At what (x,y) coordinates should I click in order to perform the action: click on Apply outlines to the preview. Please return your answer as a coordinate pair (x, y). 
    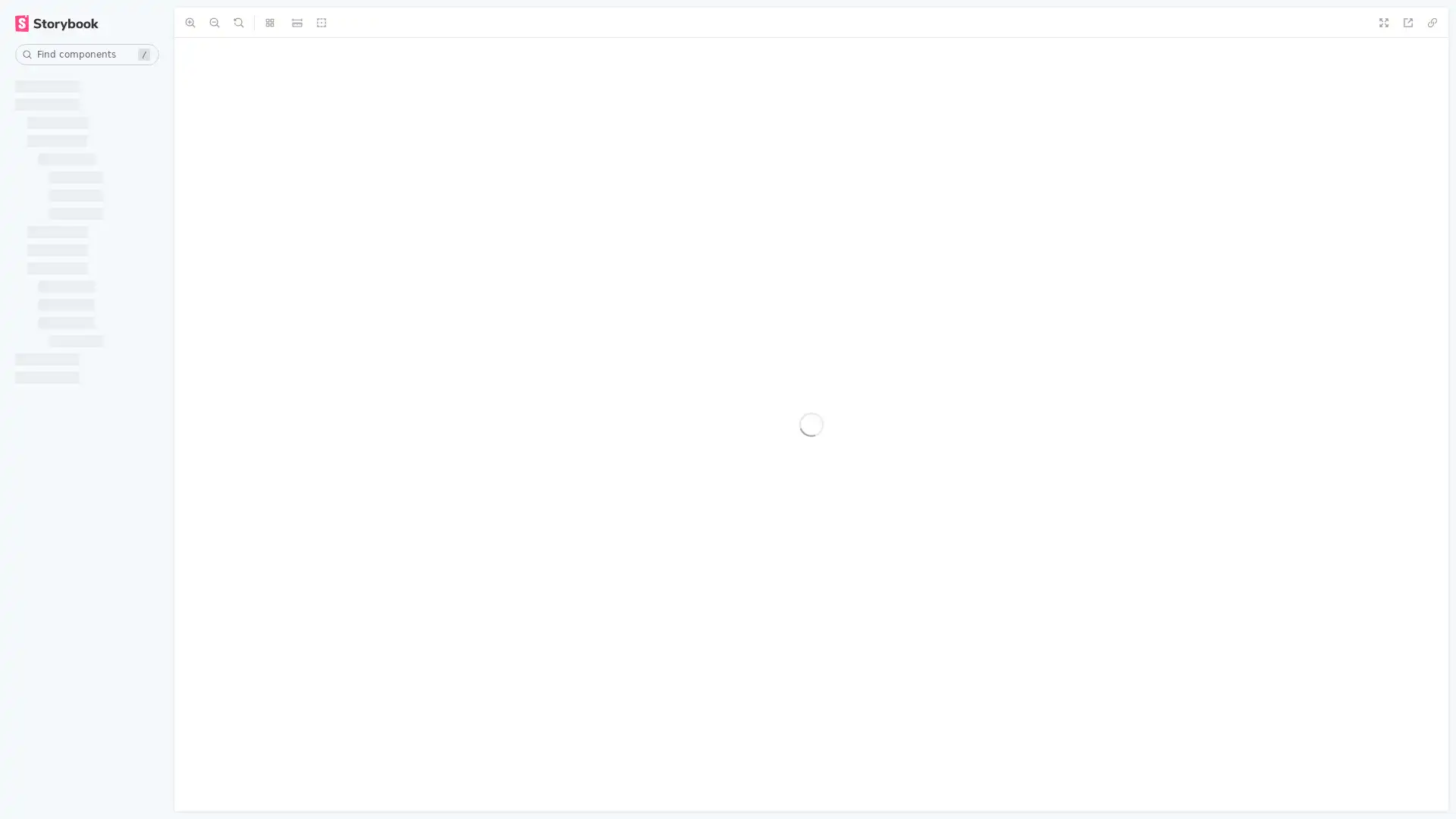
    Looking at the image, I should click on (625, 23).